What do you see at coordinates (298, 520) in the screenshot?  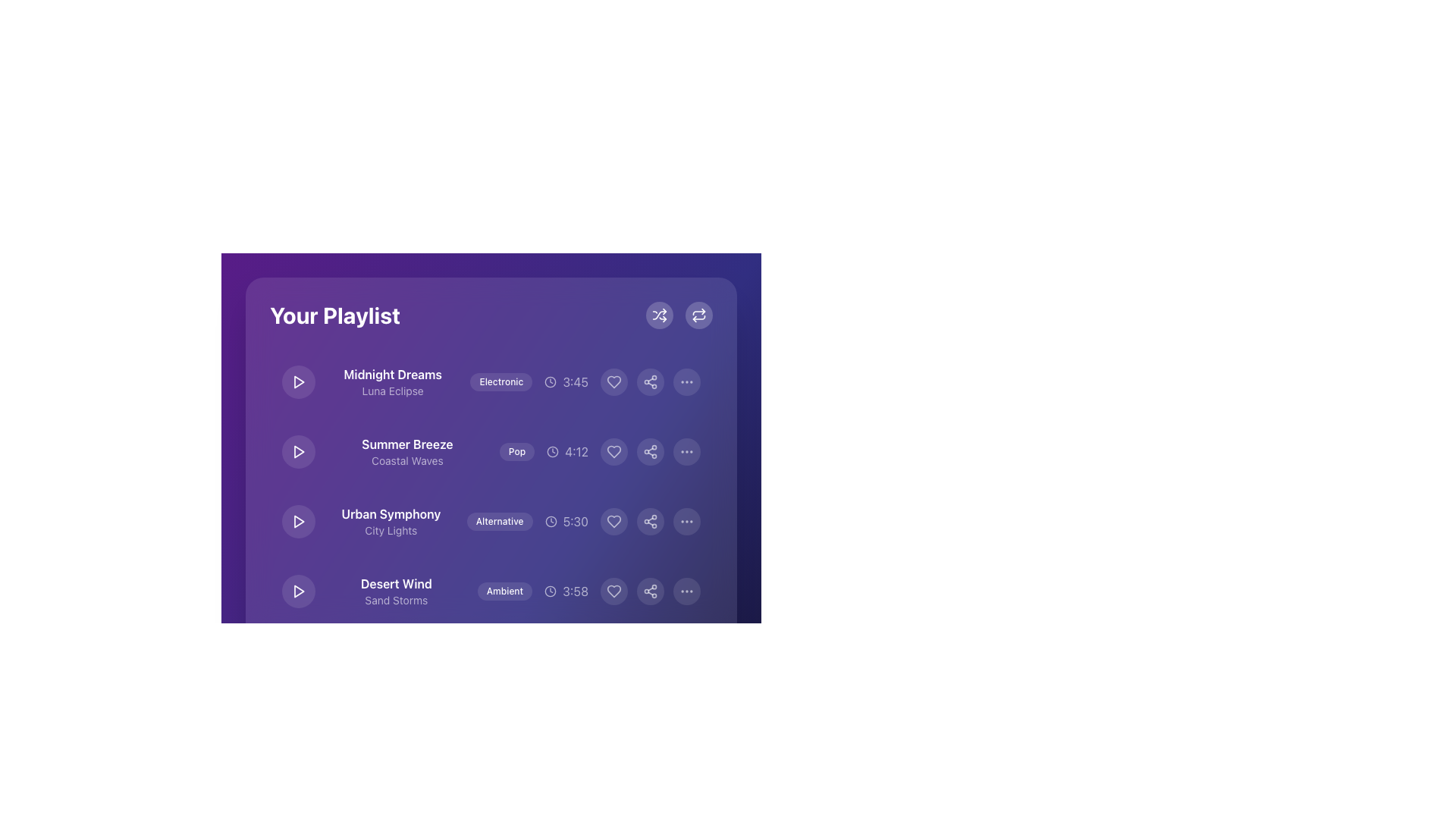 I see `the first button in the vertical list to play the associated audio track, located to the left of the text 'Urban Symphony'` at bounding box center [298, 520].